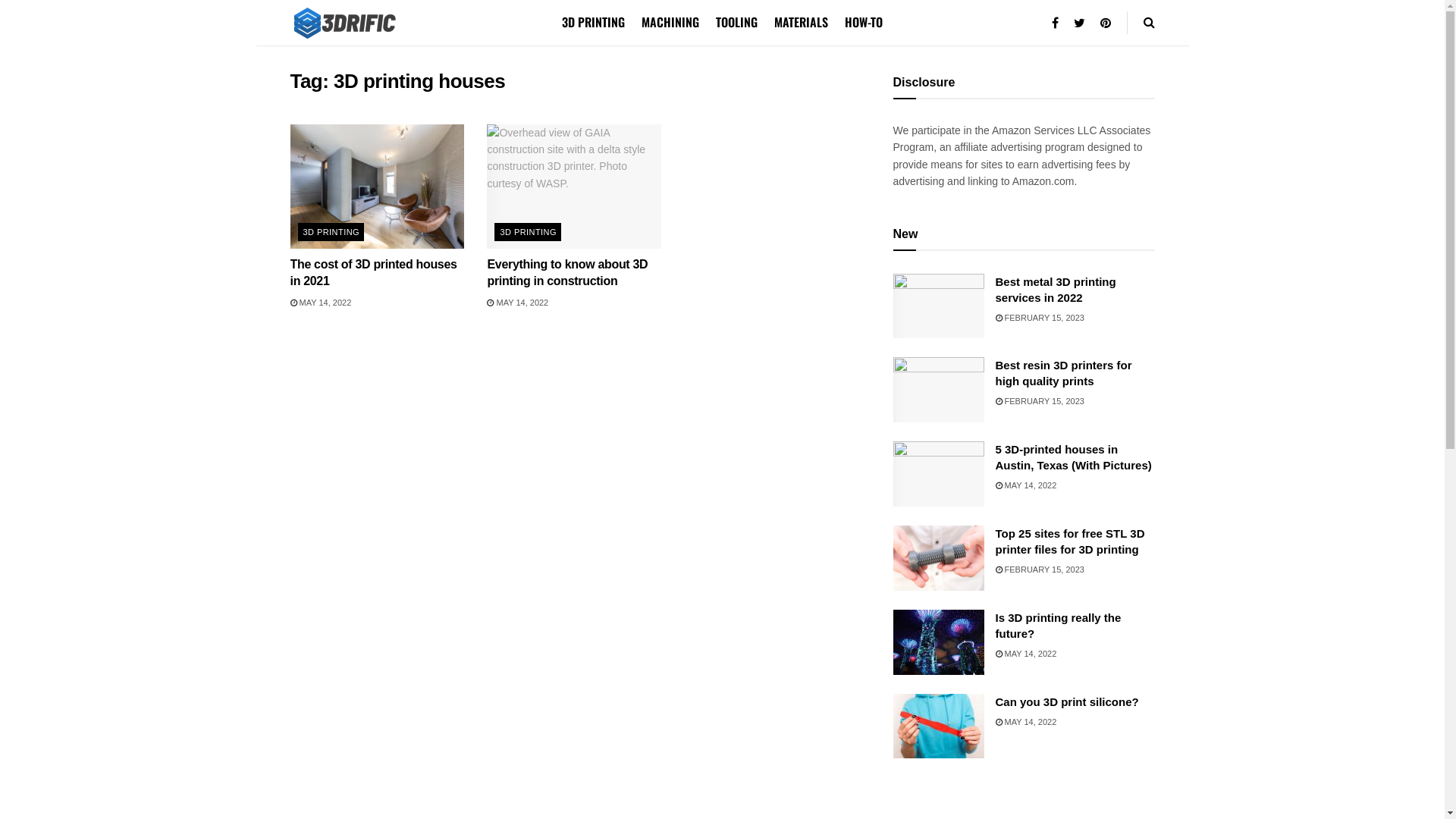  Describe the element at coordinates (1054, 289) in the screenshot. I see `'Best metal 3D printing services in 2022'` at that location.